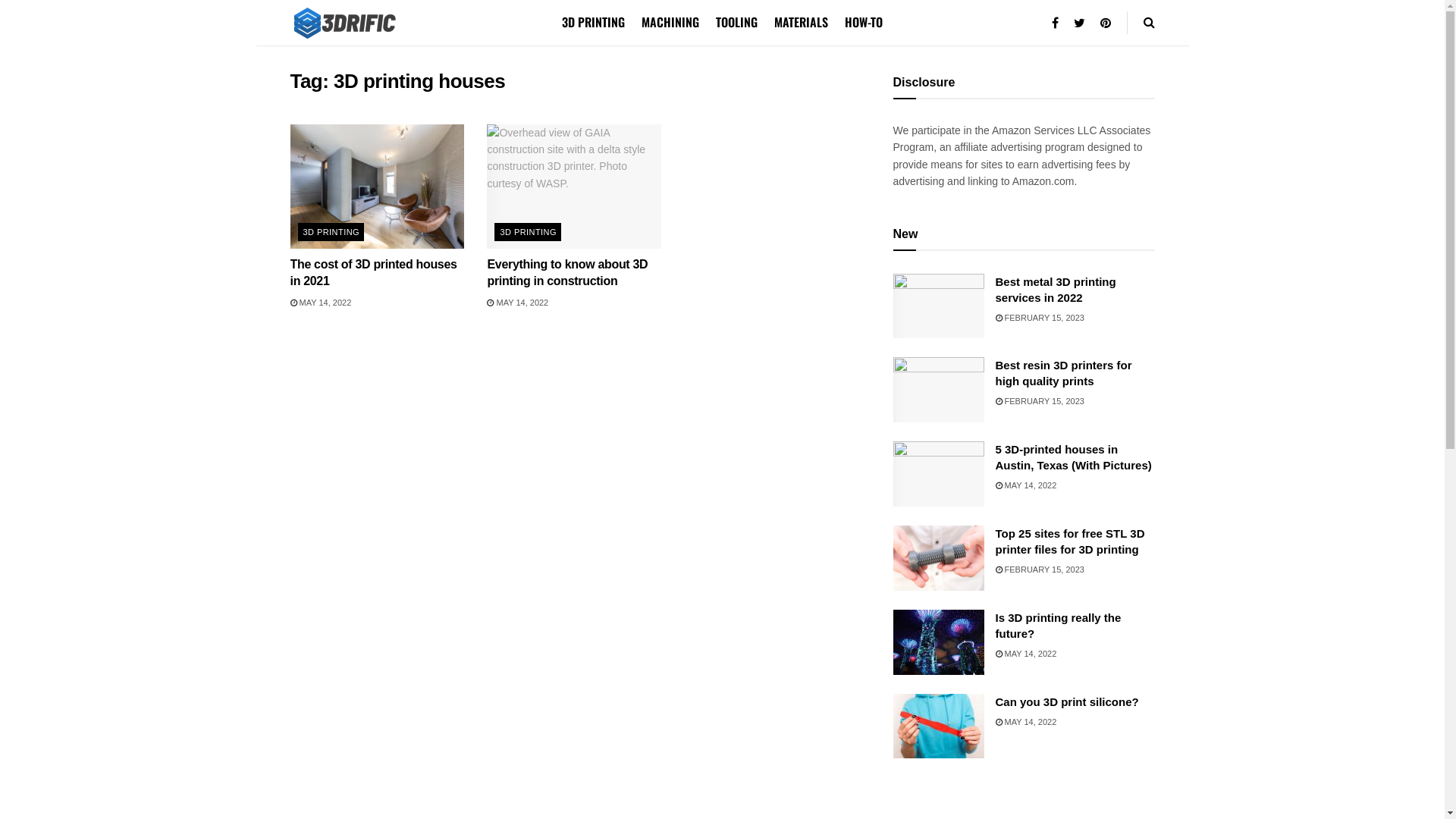  Describe the element at coordinates (1054, 289) in the screenshot. I see `'Best metal 3D printing services in 2022'` at that location.